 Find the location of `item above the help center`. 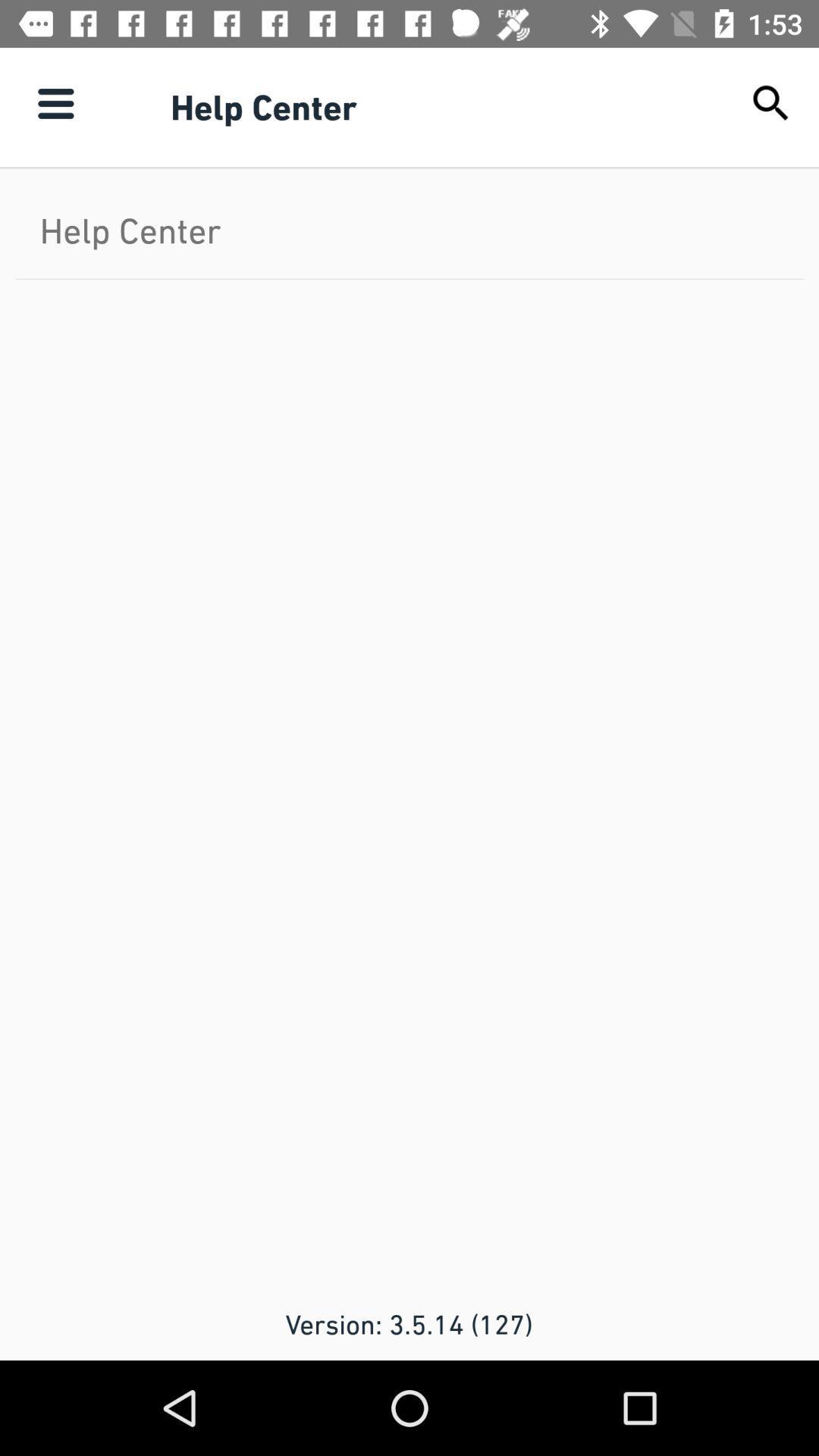

item above the help center is located at coordinates (771, 102).